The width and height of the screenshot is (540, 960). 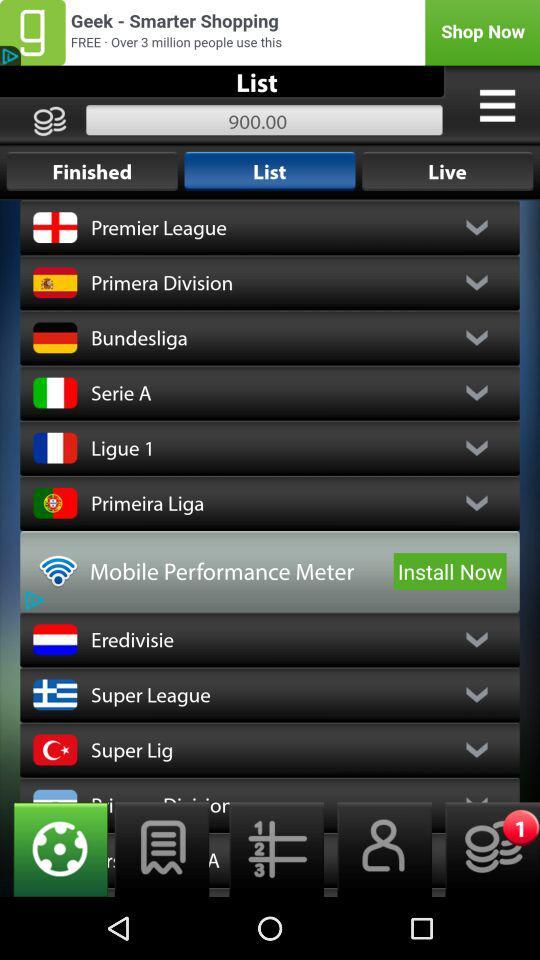 What do you see at coordinates (450, 571) in the screenshot?
I see `the item to the right of the mobile performance meter` at bounding box center [450, 571].